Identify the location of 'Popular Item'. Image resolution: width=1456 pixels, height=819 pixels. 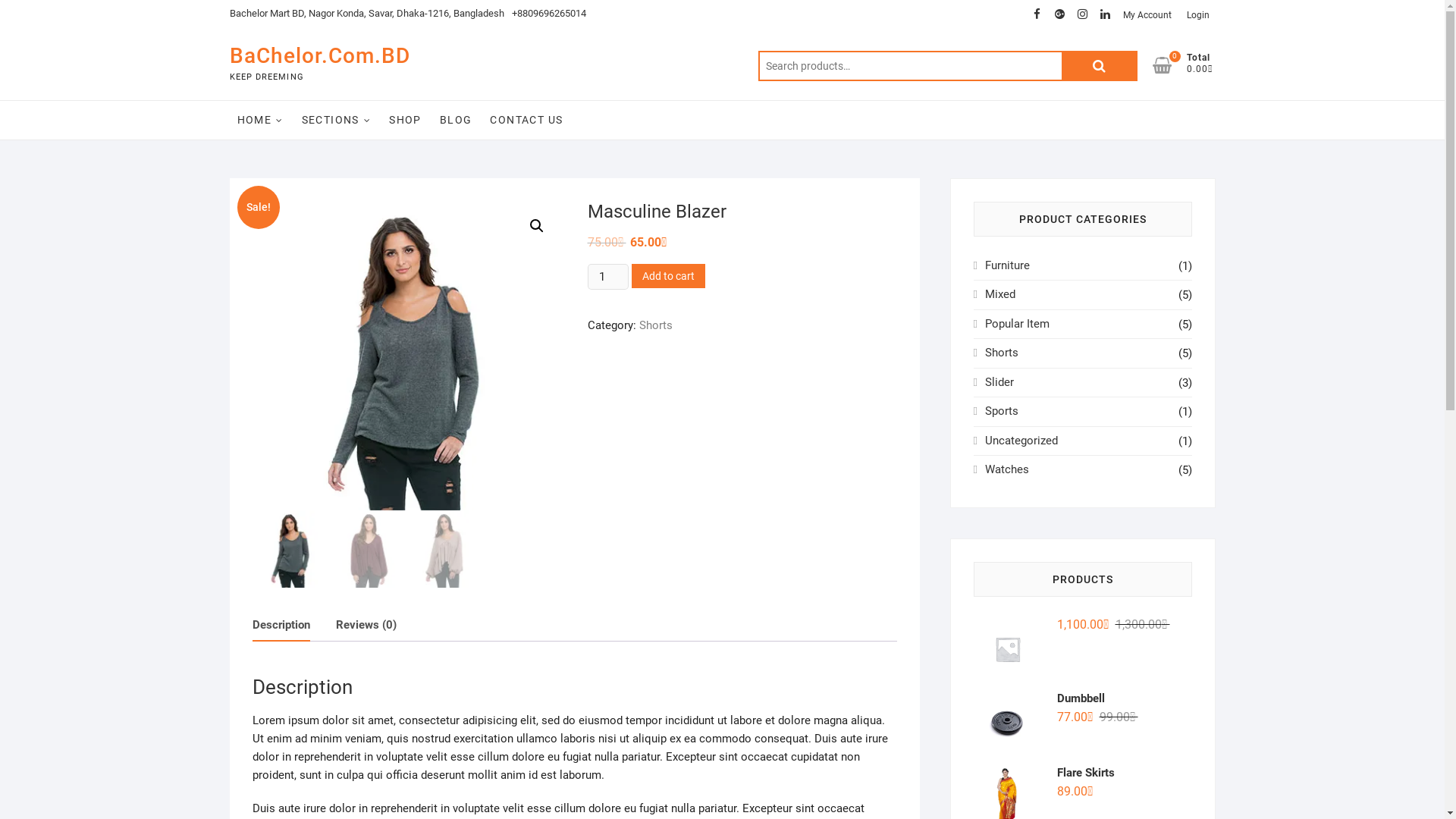
(1017, 323).